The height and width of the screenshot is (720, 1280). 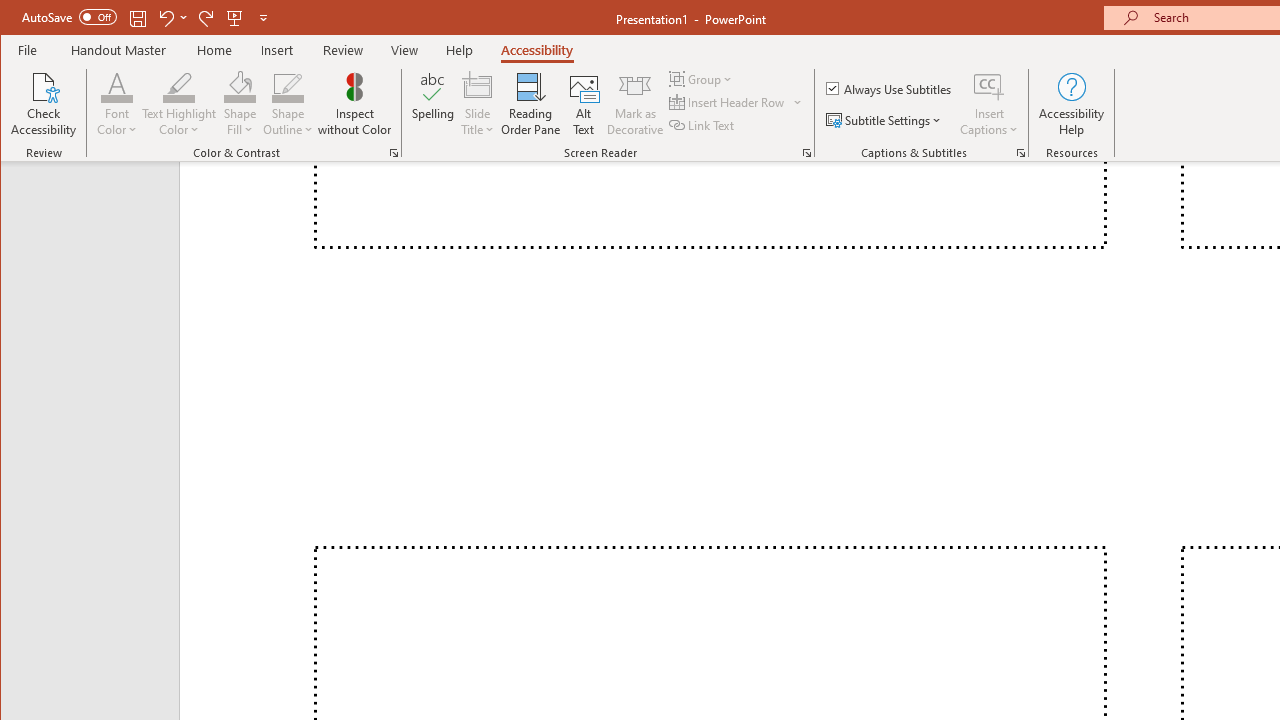 I want to click on 'Color & Contrast', so click(x=394, y=152).